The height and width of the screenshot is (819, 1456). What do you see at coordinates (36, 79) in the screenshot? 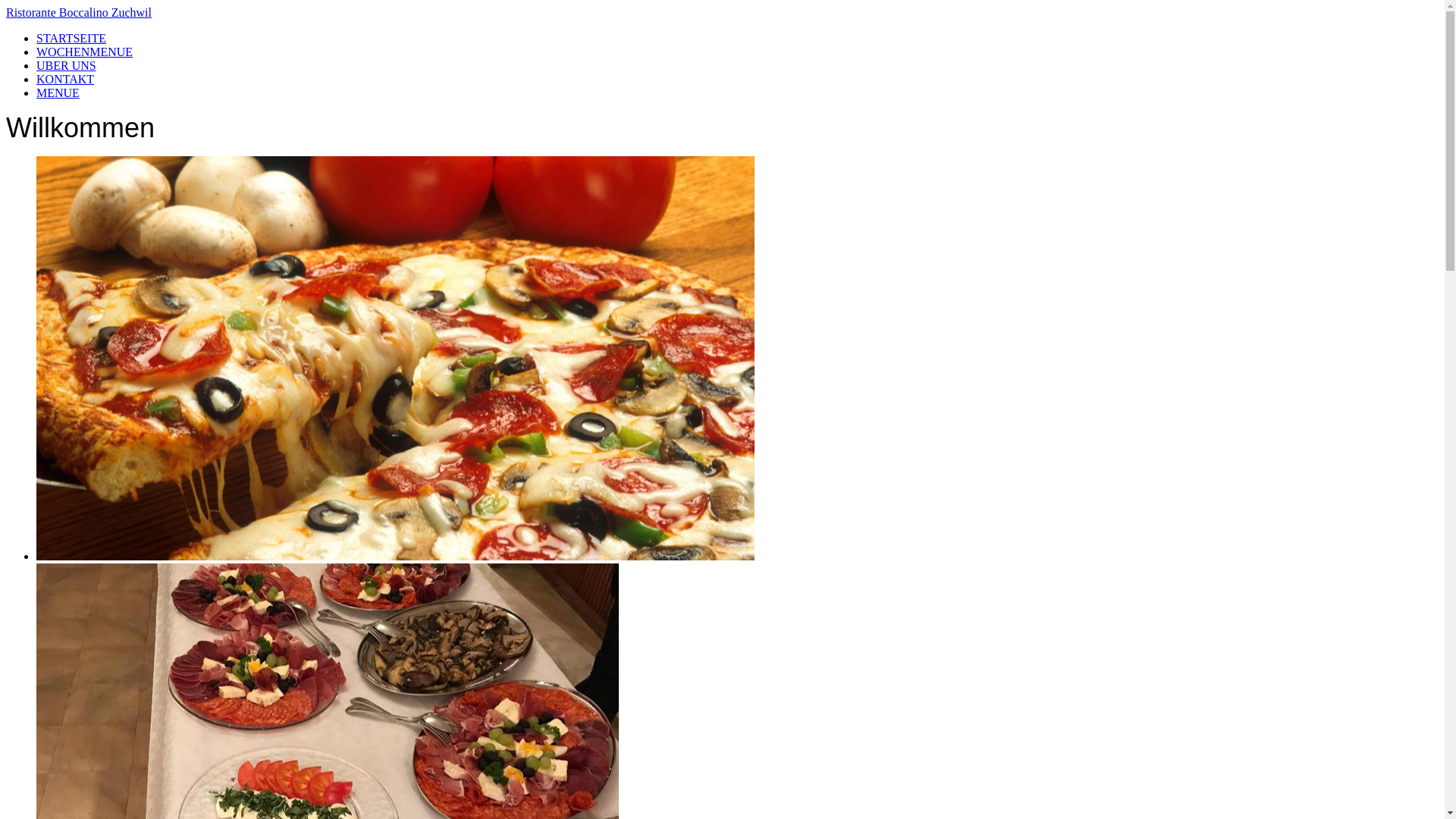
I see `'KONTAKT'` at bounding box center [36, 79].